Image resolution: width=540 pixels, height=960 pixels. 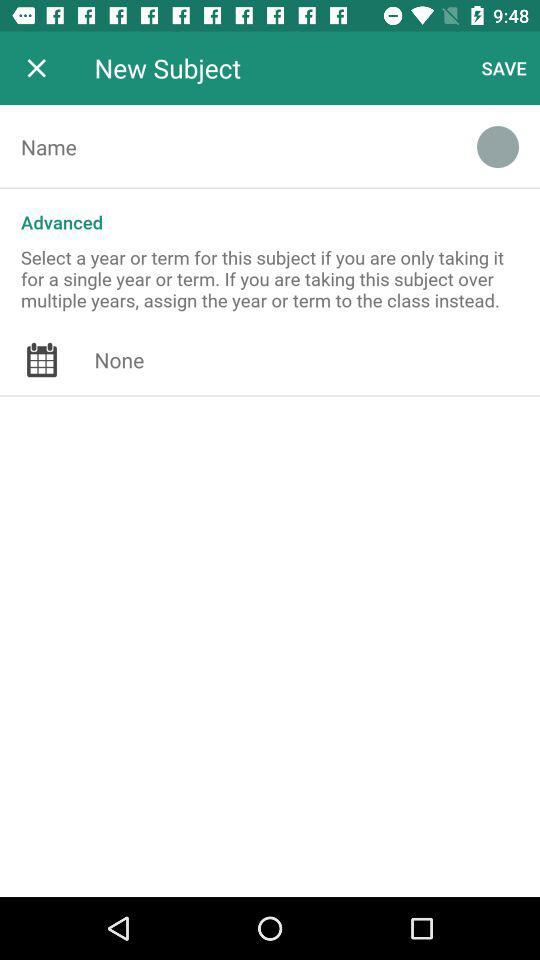 What do you see at coordinates (36, 68) in the screenshot?
I see `app to the left of the new subject item` at bounding box center [36, 68].